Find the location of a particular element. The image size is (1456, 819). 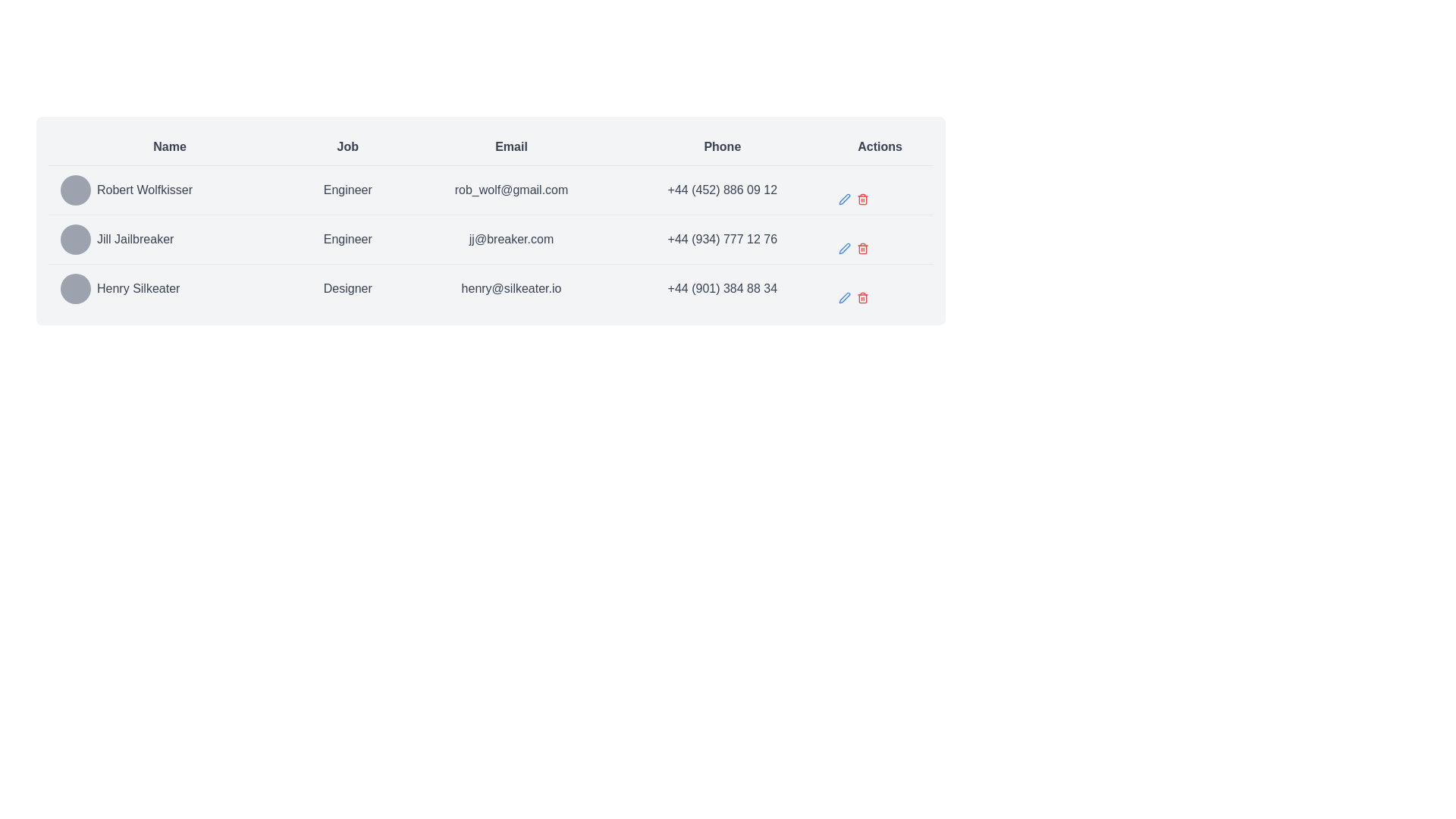

the Text Label displaying the user's name in the Name column of the third row of the table is located at coordinates (170, 289).